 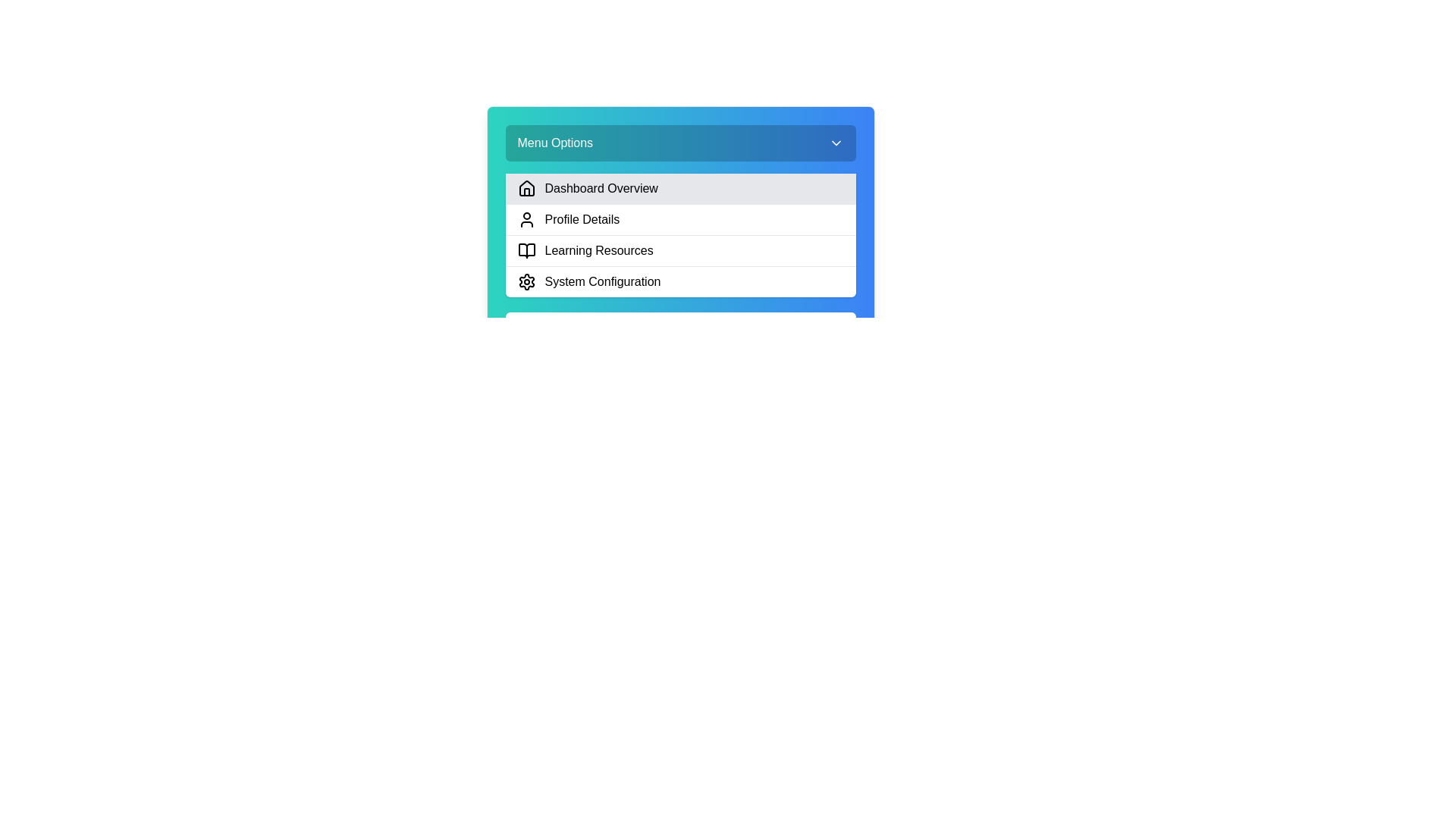 What do you see at coordinates (526, 219) in the screenshot?
I see `the 'Profile Details' icon located to the left of the text label in the menu` at bounding box center [526, 219].